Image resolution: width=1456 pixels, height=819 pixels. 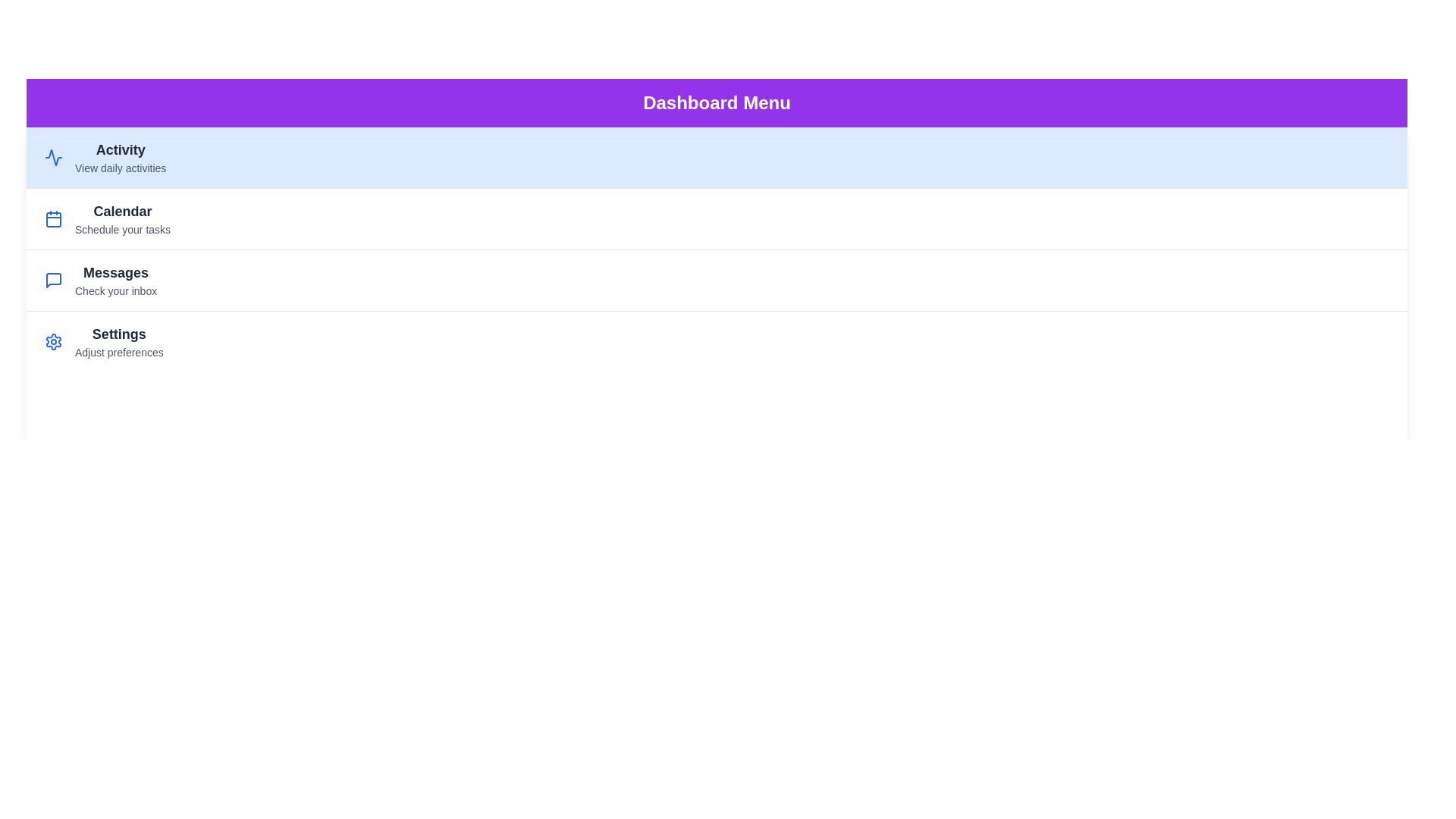 What do you see at coordinates (716, 102) in the screenshot?
I see `the header text 'Dashboard Menu'` at bounding box center [716, 102].